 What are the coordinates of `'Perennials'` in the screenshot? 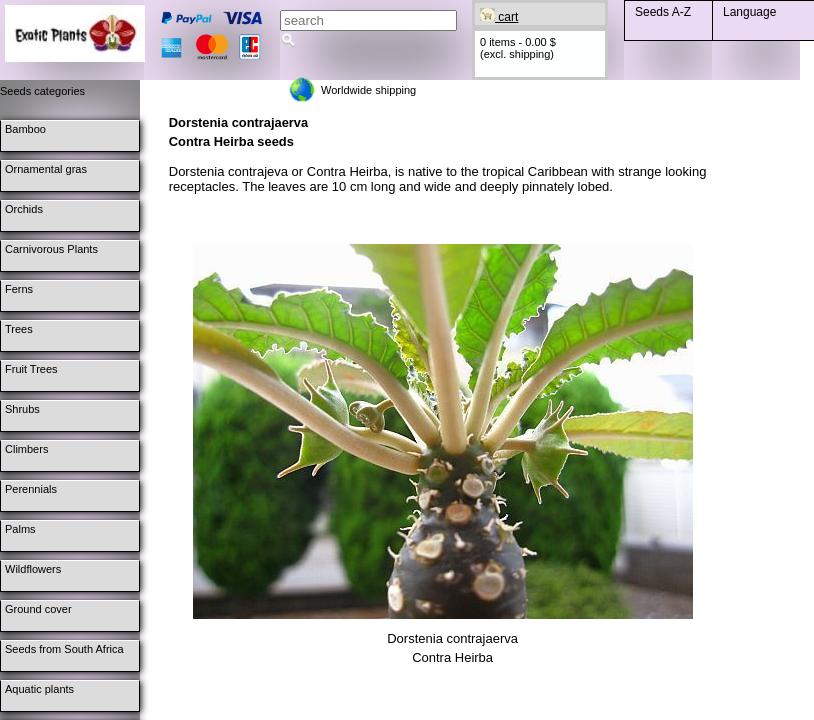 It's located at (3, 489).